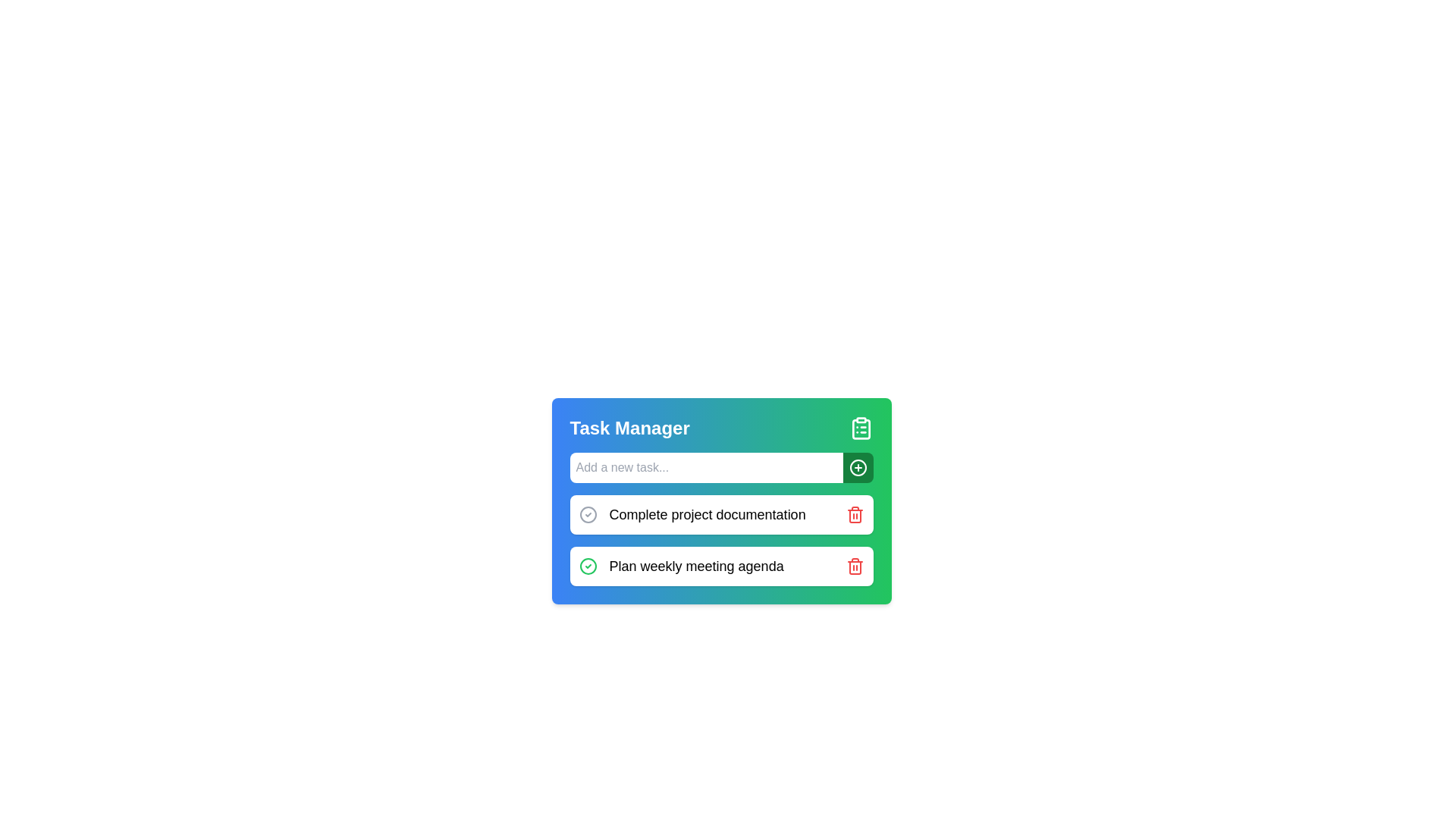 The width and height of the screenshot is (1456, 819). What do you see at coordinates (587, 566) in the screenshot?
I see `the SVG circle element with a green border, which is part of the checkmark icon next to the task titled 'Complete project documentation'` at bounding box center [587, 566].